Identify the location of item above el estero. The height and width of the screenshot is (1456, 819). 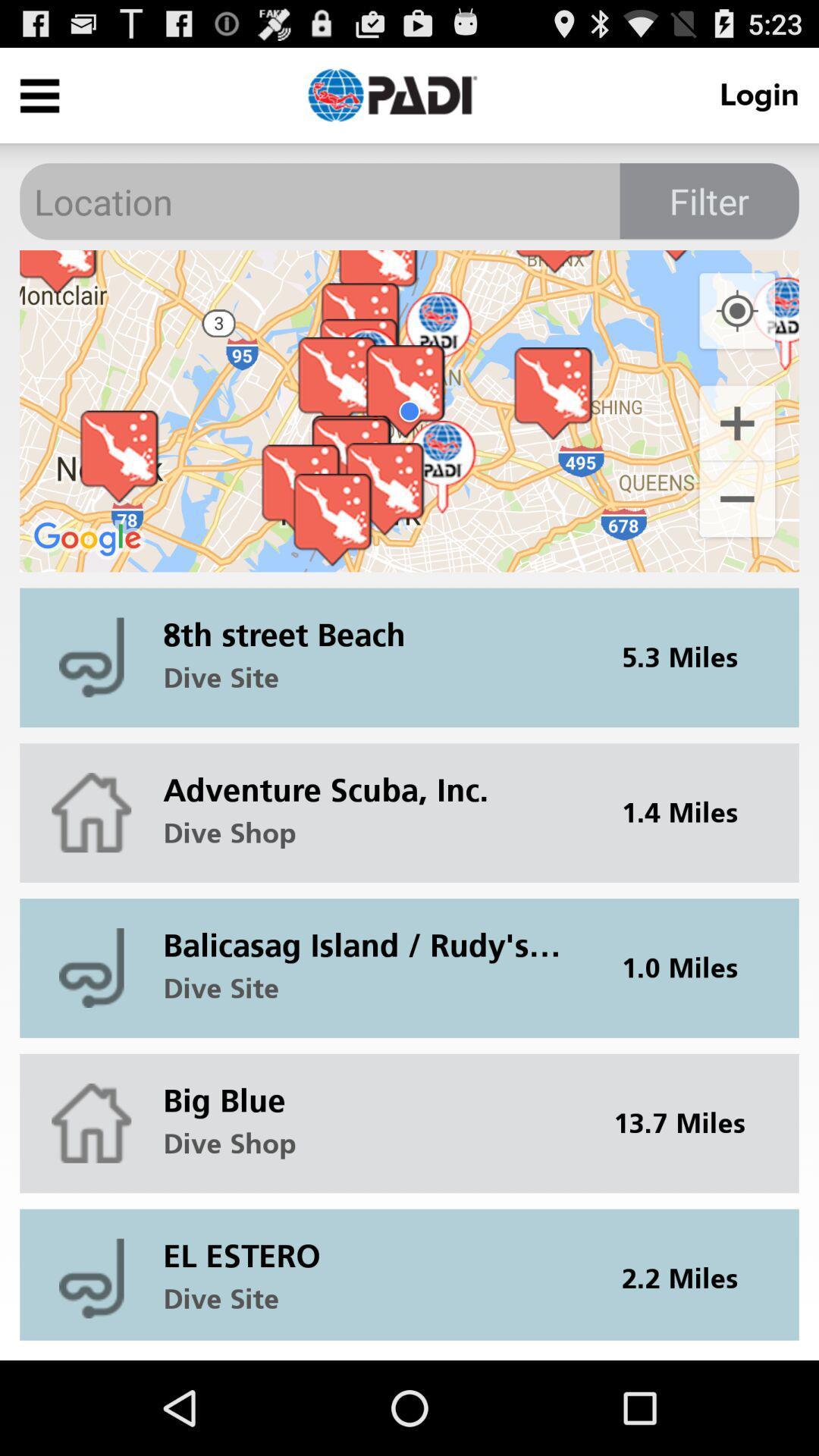
(689, 1123).